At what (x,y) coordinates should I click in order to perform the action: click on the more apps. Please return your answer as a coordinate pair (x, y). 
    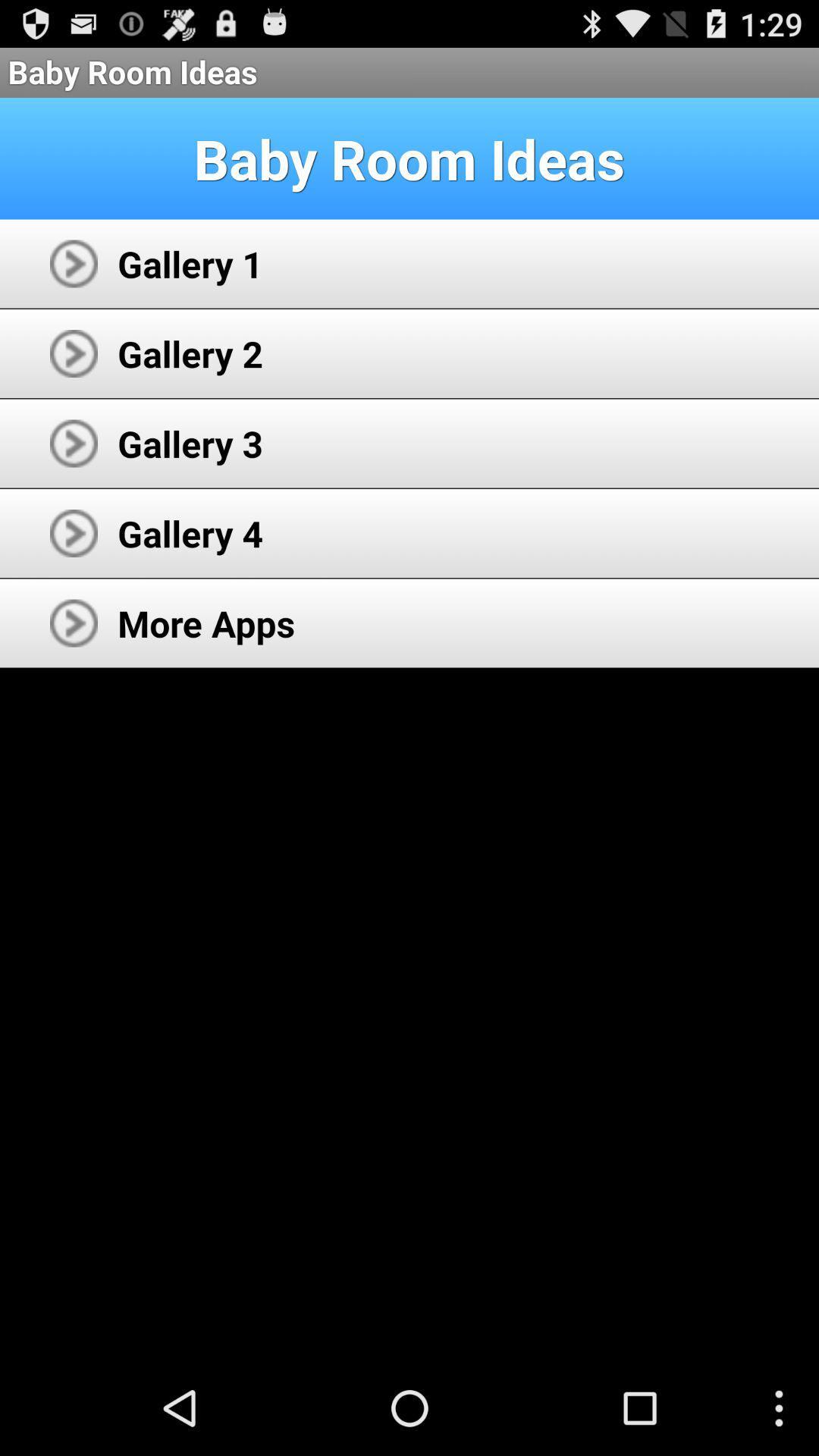
    Looking at the image, I should click on (206, 623).